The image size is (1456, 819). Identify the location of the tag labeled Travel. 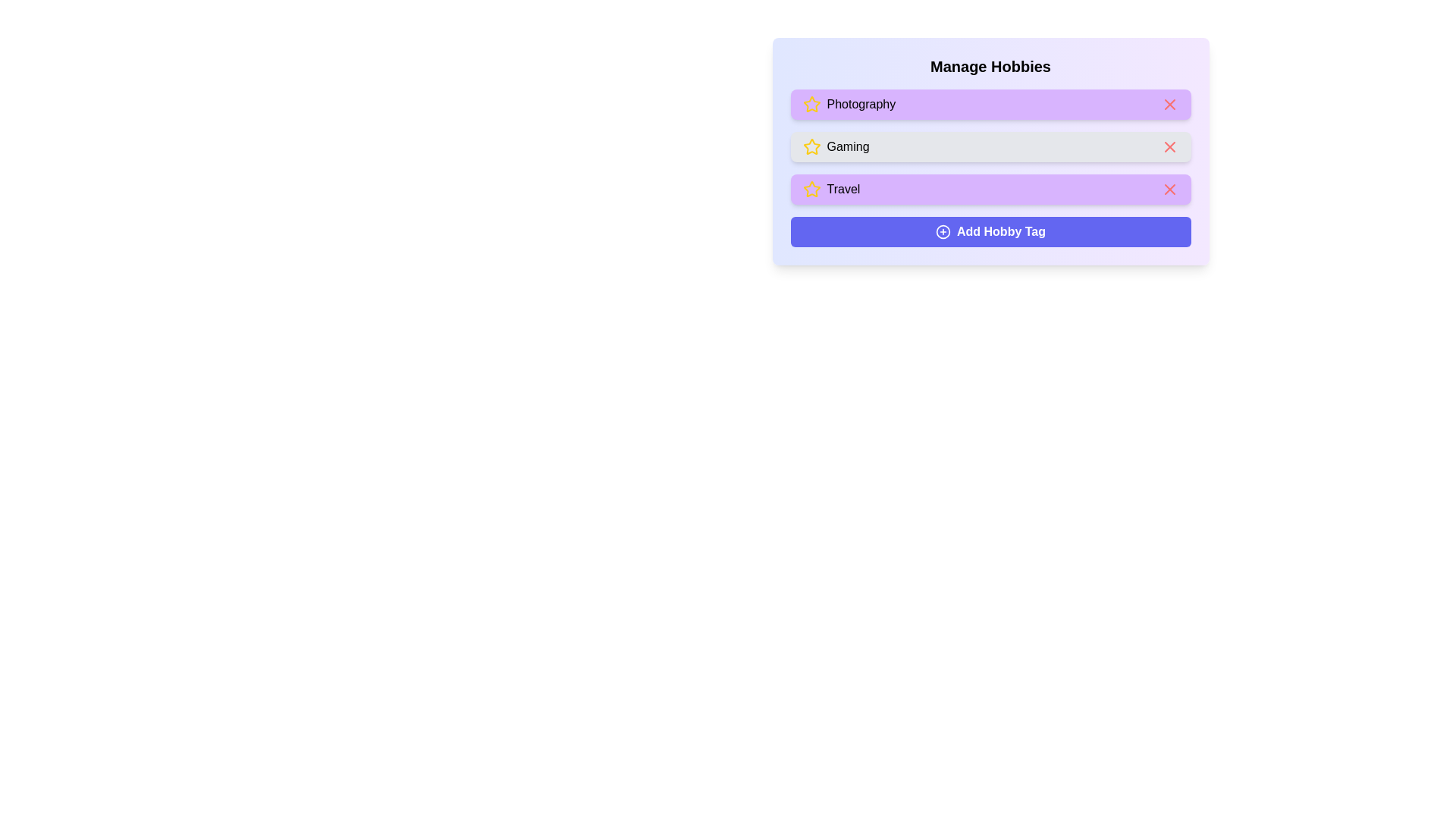
(990, 189).